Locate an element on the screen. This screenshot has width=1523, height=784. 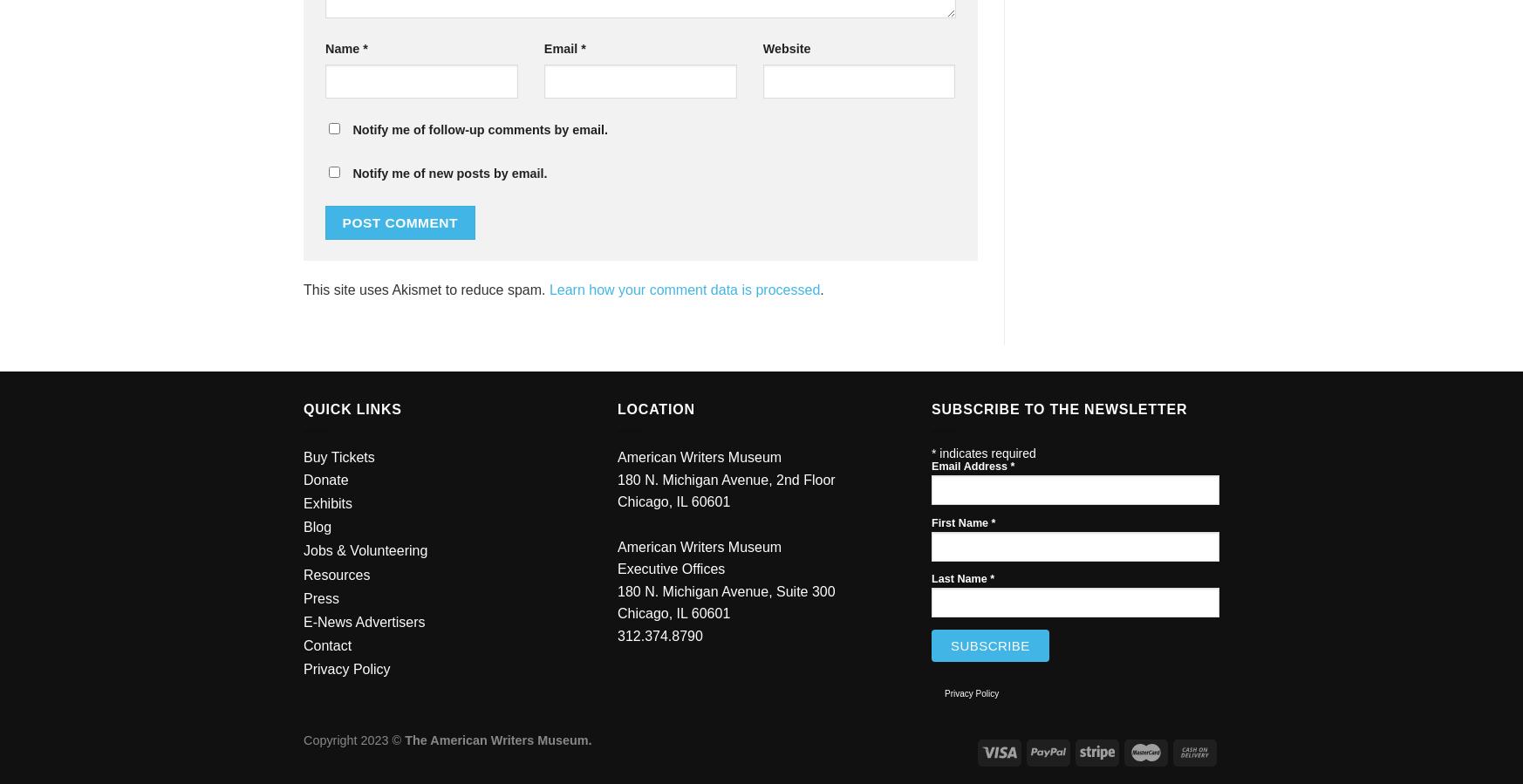
'312.374.8790' is located at coordinates (617, 634).